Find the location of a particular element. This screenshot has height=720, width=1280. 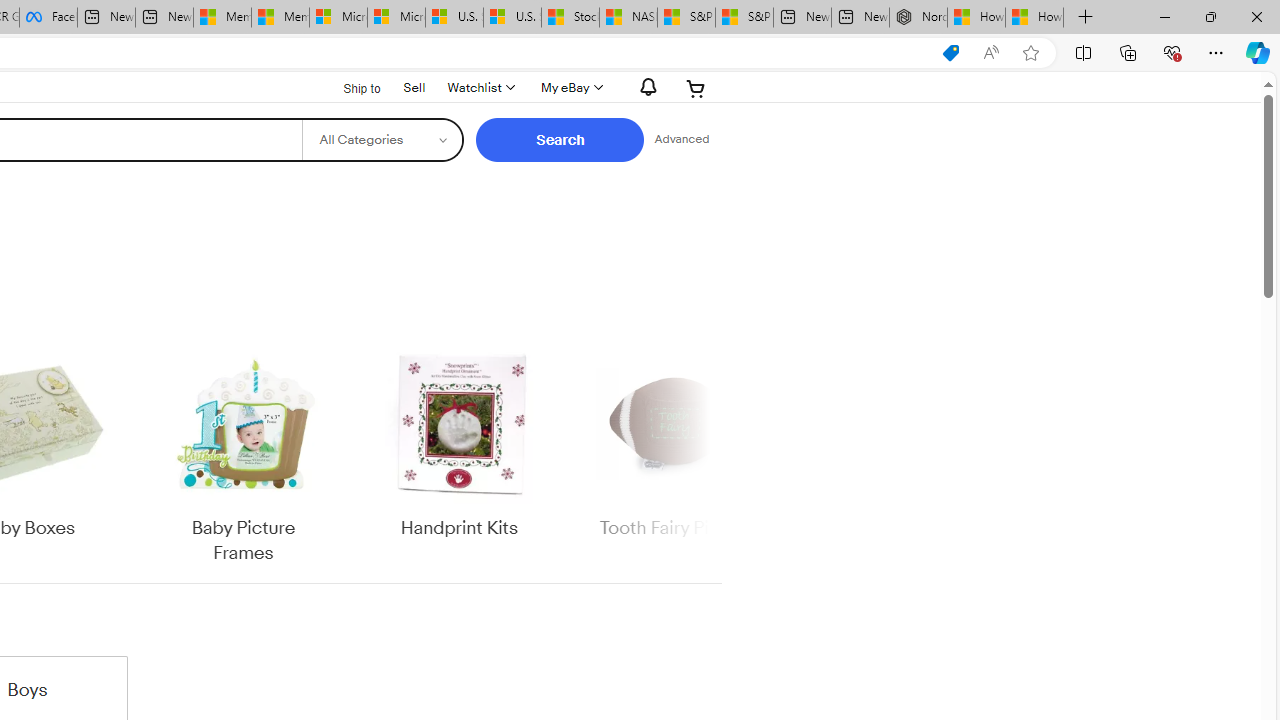

'My eBay' is located at coordinates (569, 87).